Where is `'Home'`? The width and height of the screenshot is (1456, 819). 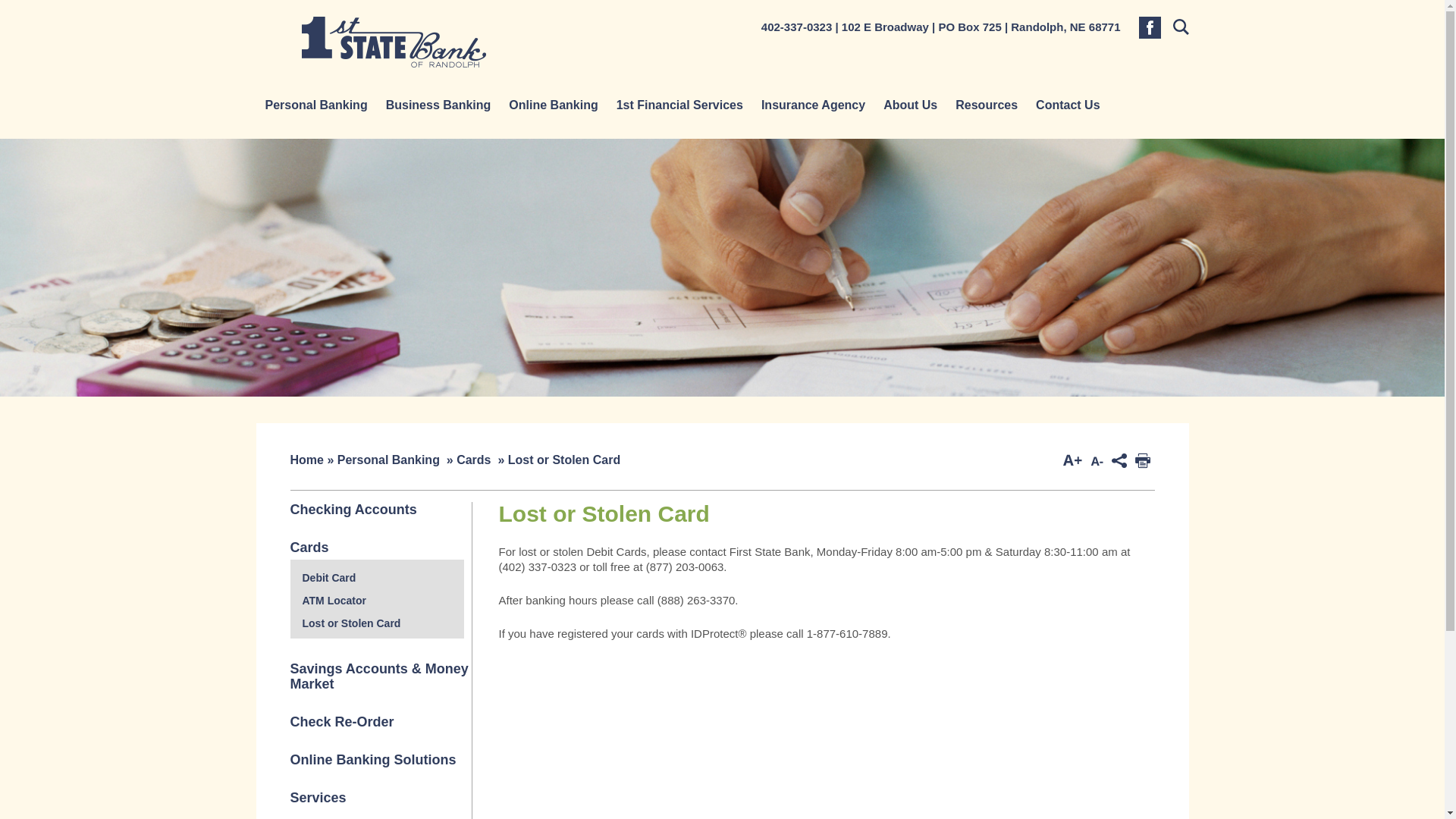
'Home' is located at coordinates (305, 459).